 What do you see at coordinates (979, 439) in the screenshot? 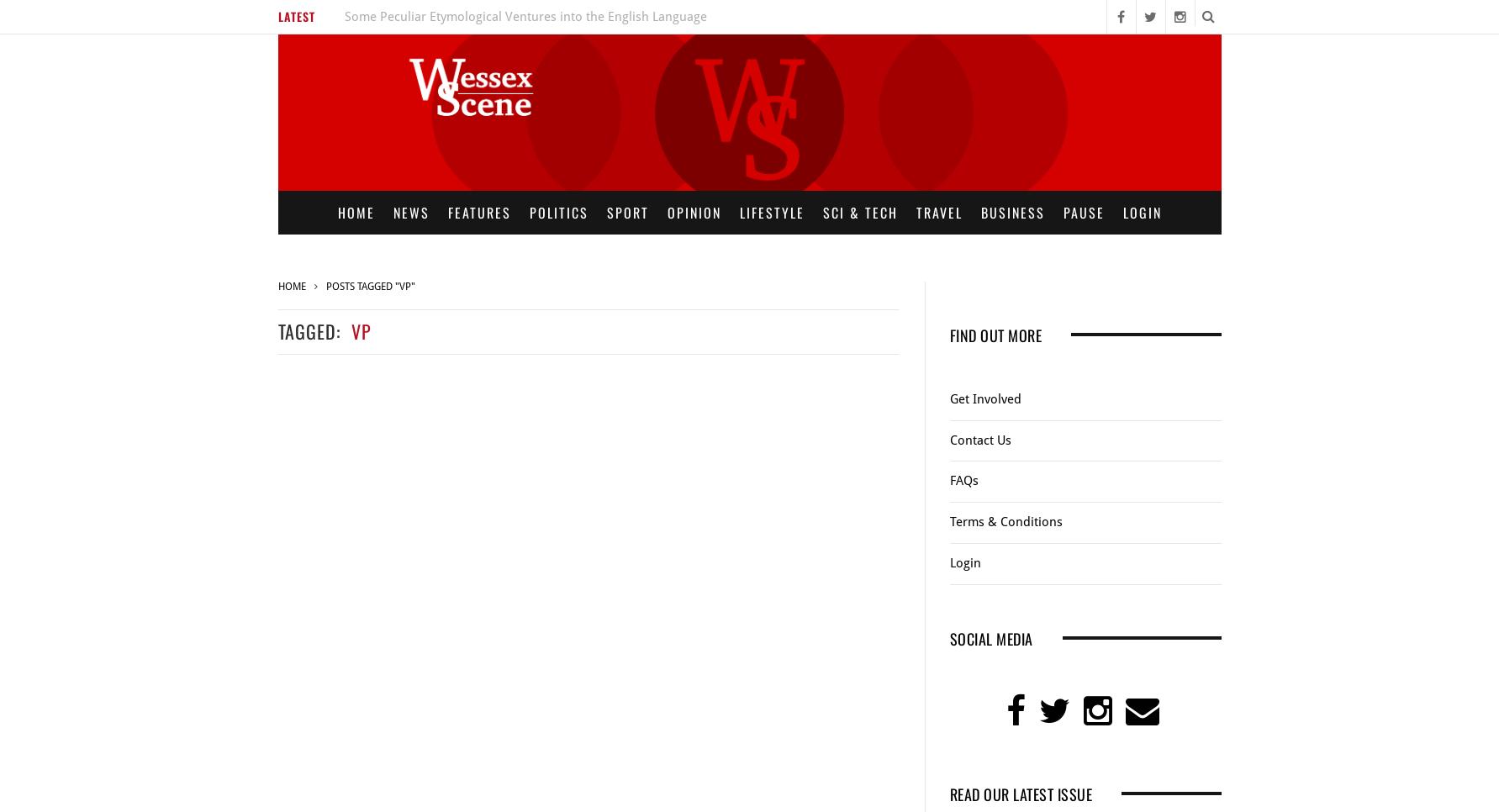
I see `'Contact Us'` at bounding box center [979, 439].